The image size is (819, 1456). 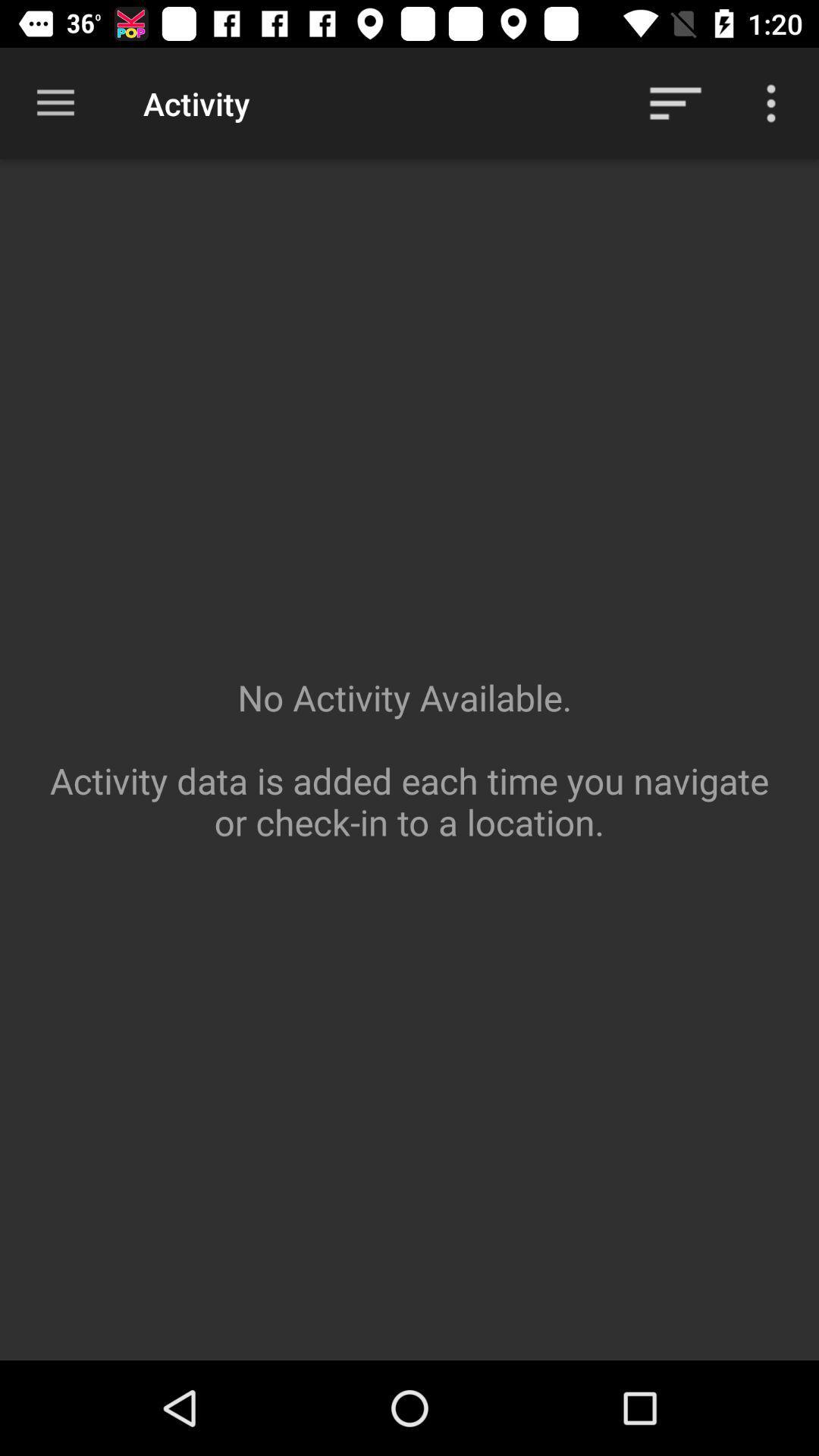 I want to click on more selections, so click(x=771, y=102).